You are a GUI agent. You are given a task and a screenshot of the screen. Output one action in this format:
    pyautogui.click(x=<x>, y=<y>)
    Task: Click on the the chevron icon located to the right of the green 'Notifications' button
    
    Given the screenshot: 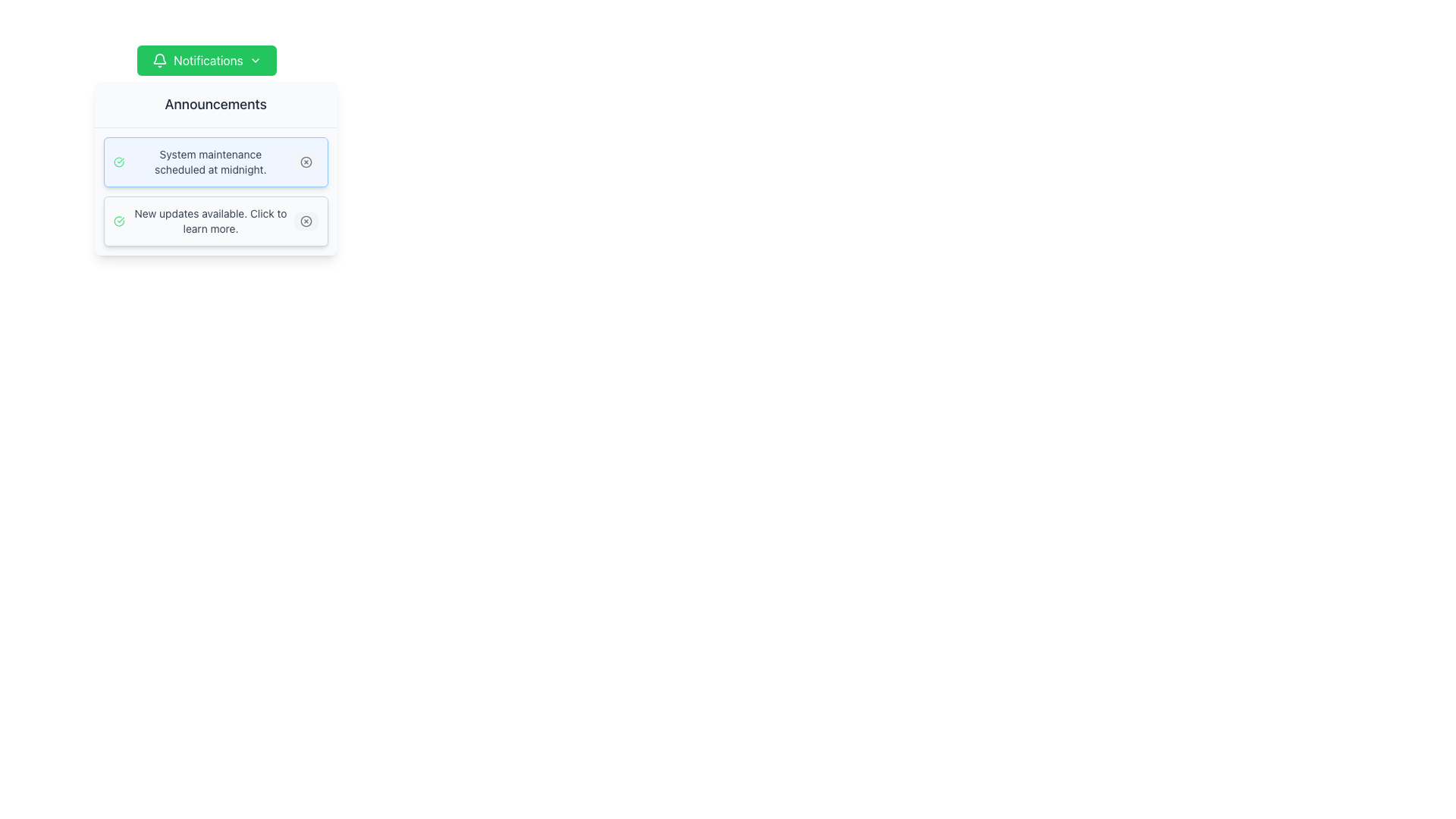 What is the action you would take?
    pyautogui.click(x=255, y=60)
    